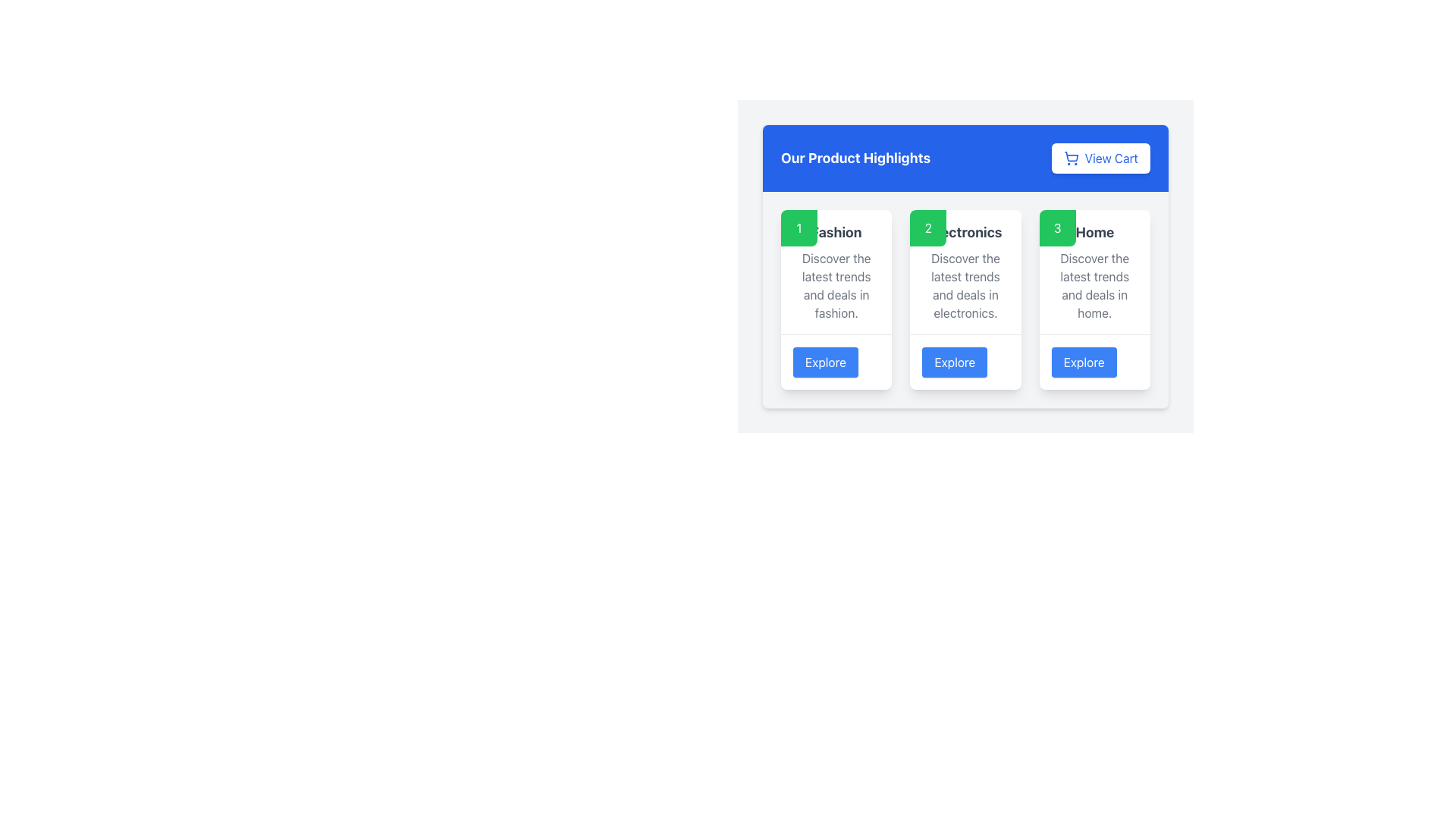 Image resolution: width=1456 pixels, height=819 pixels. I want to click on the text block displaying 'Discover the latest trends and deals in fashion.' located in the leftmost card below the header 'Our Product Highlights.', so click(836, 286).